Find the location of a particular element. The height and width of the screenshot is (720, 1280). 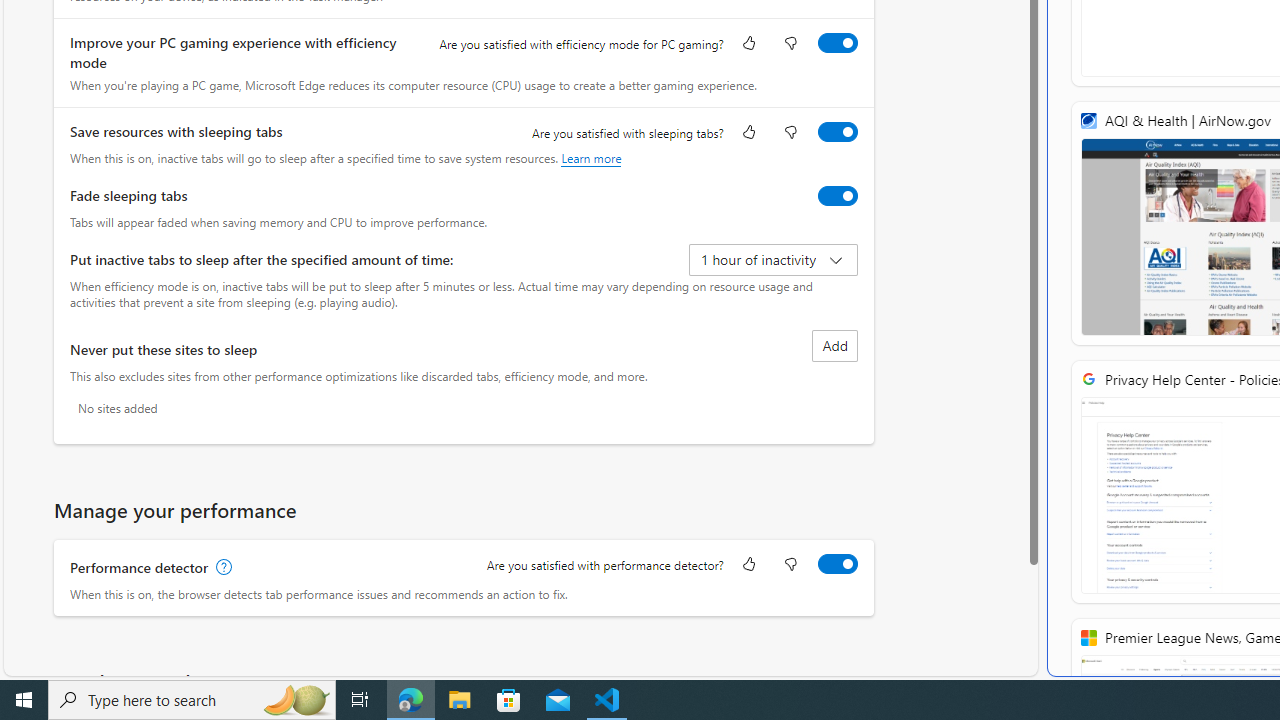

'Learn more' is located at coordinates (590, 157).